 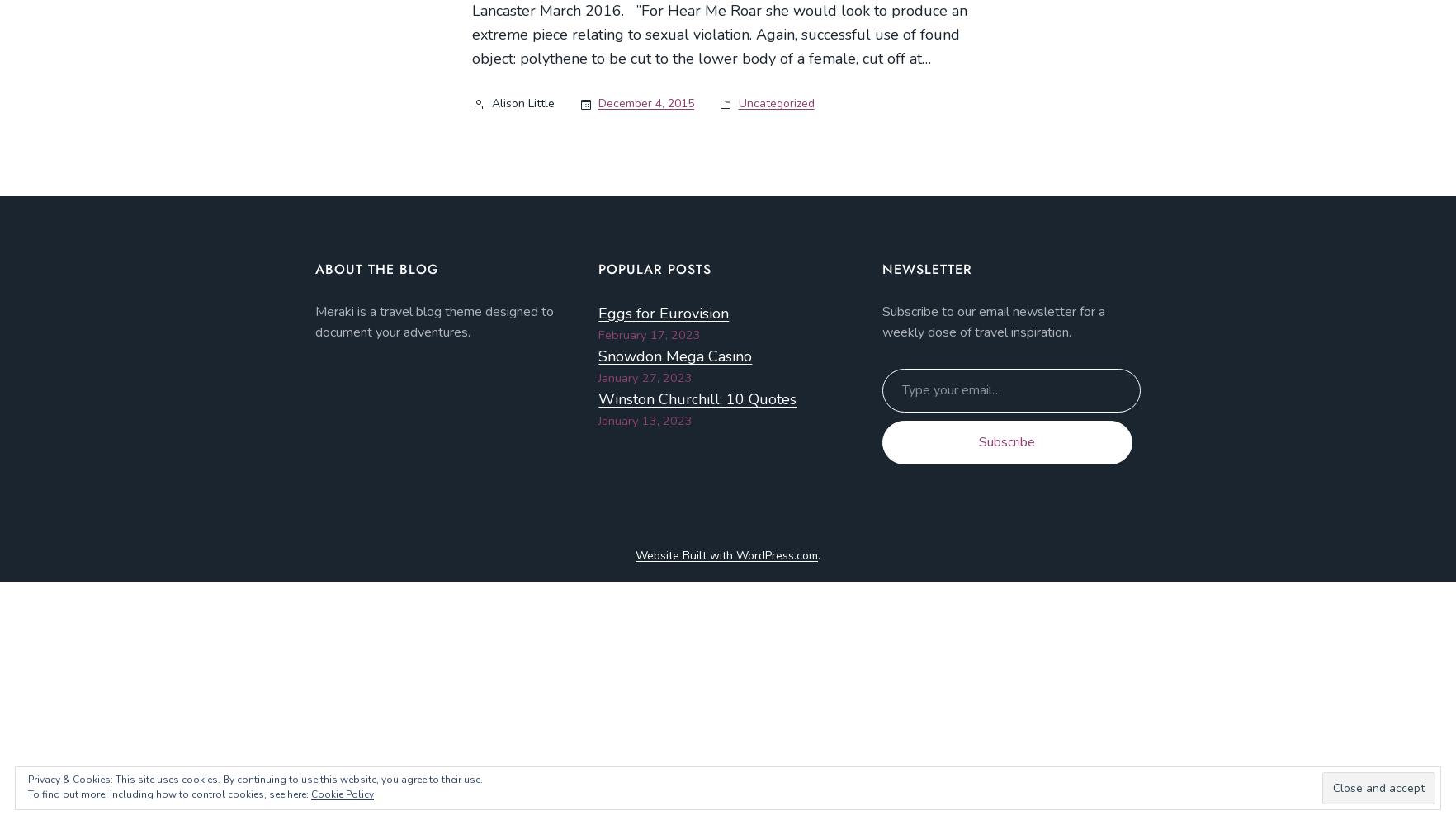 What do you see at coordinates (598, 313) in the screenshot?
I see `'Eggs for Eurovision'` at bounding box center [598, 313].